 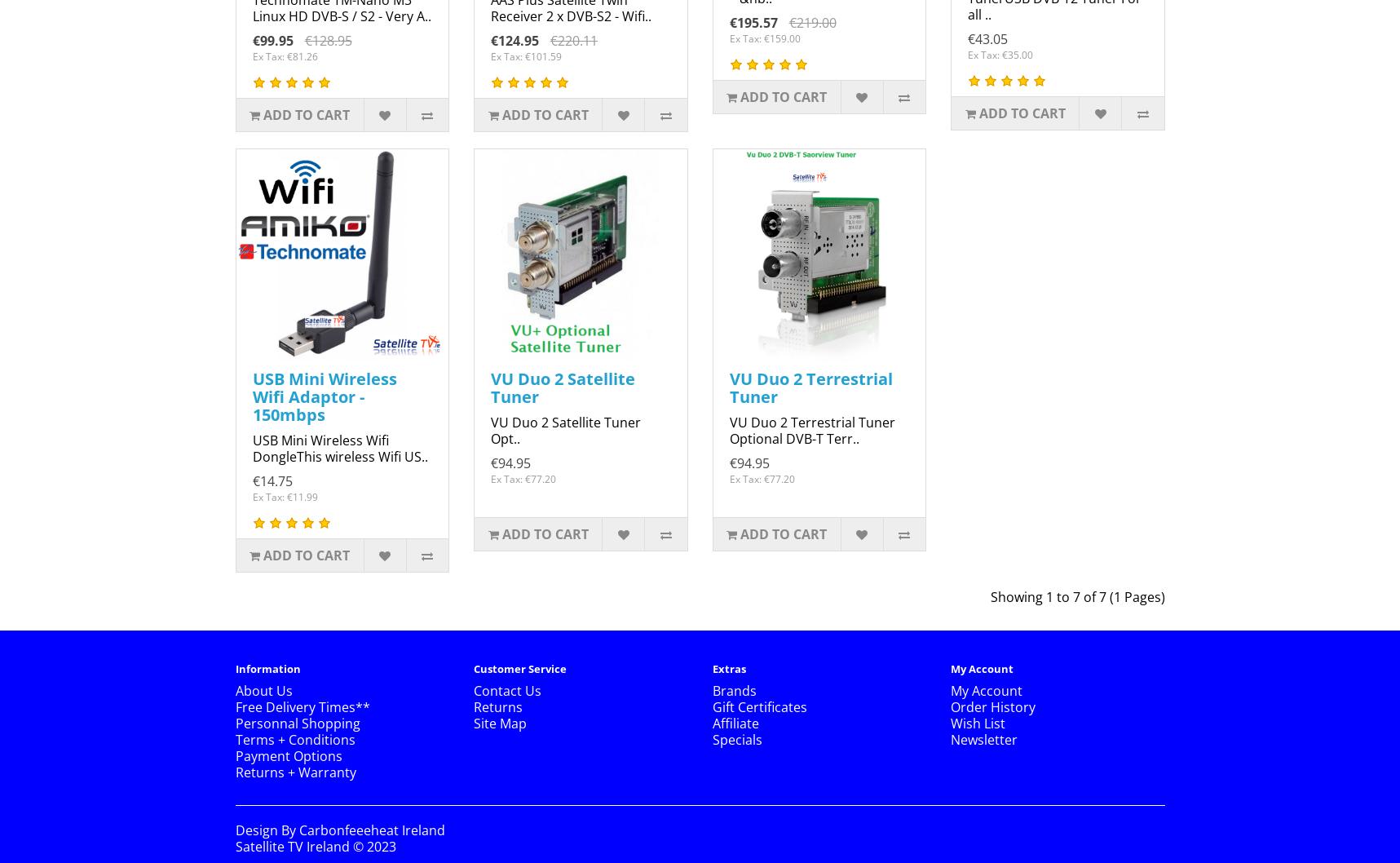 I want to click on 'Gift Certificates', so click(x=711, y=706).